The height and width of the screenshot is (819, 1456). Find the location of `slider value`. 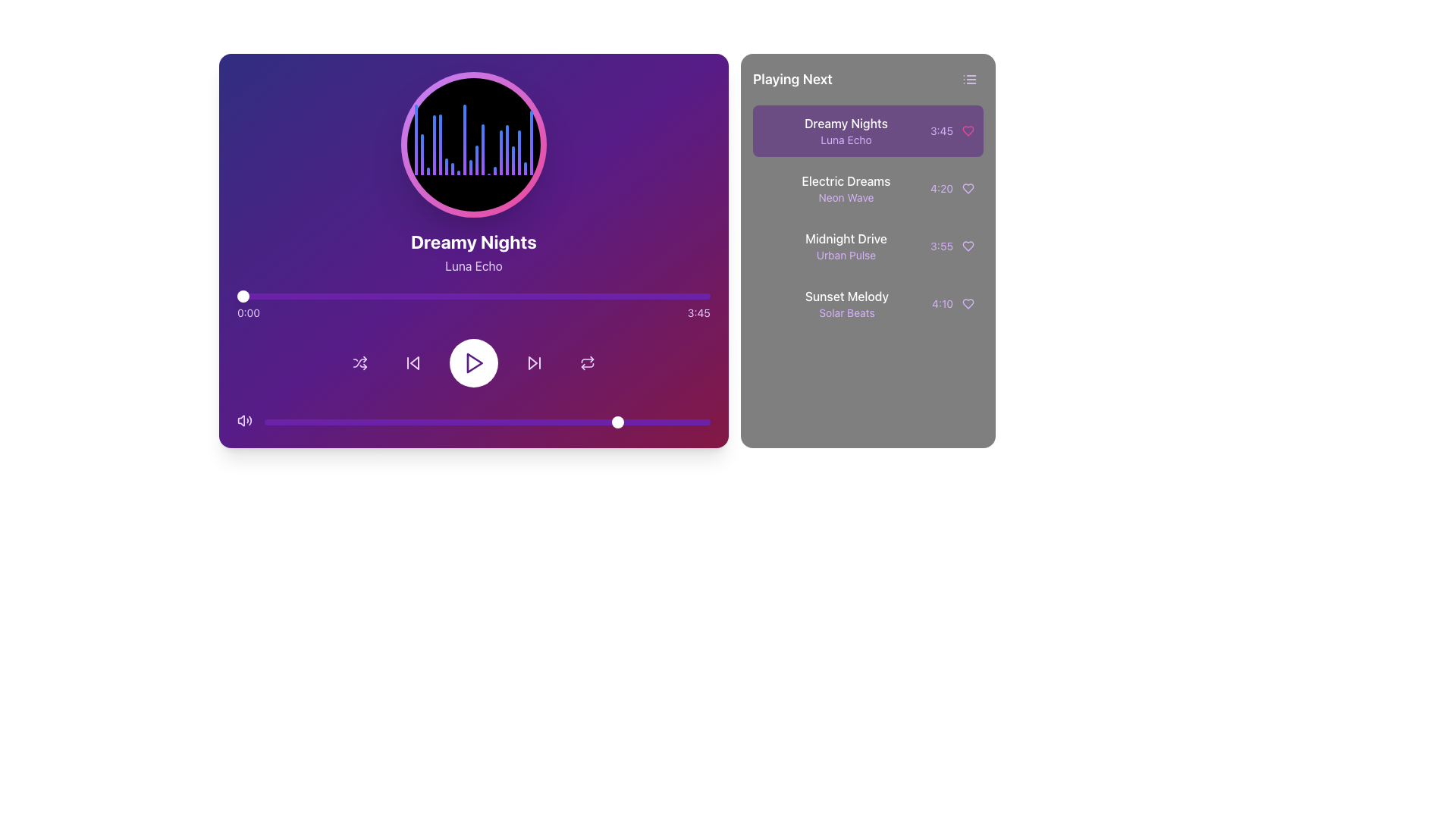

slider value is located at coordinates (482, 422).